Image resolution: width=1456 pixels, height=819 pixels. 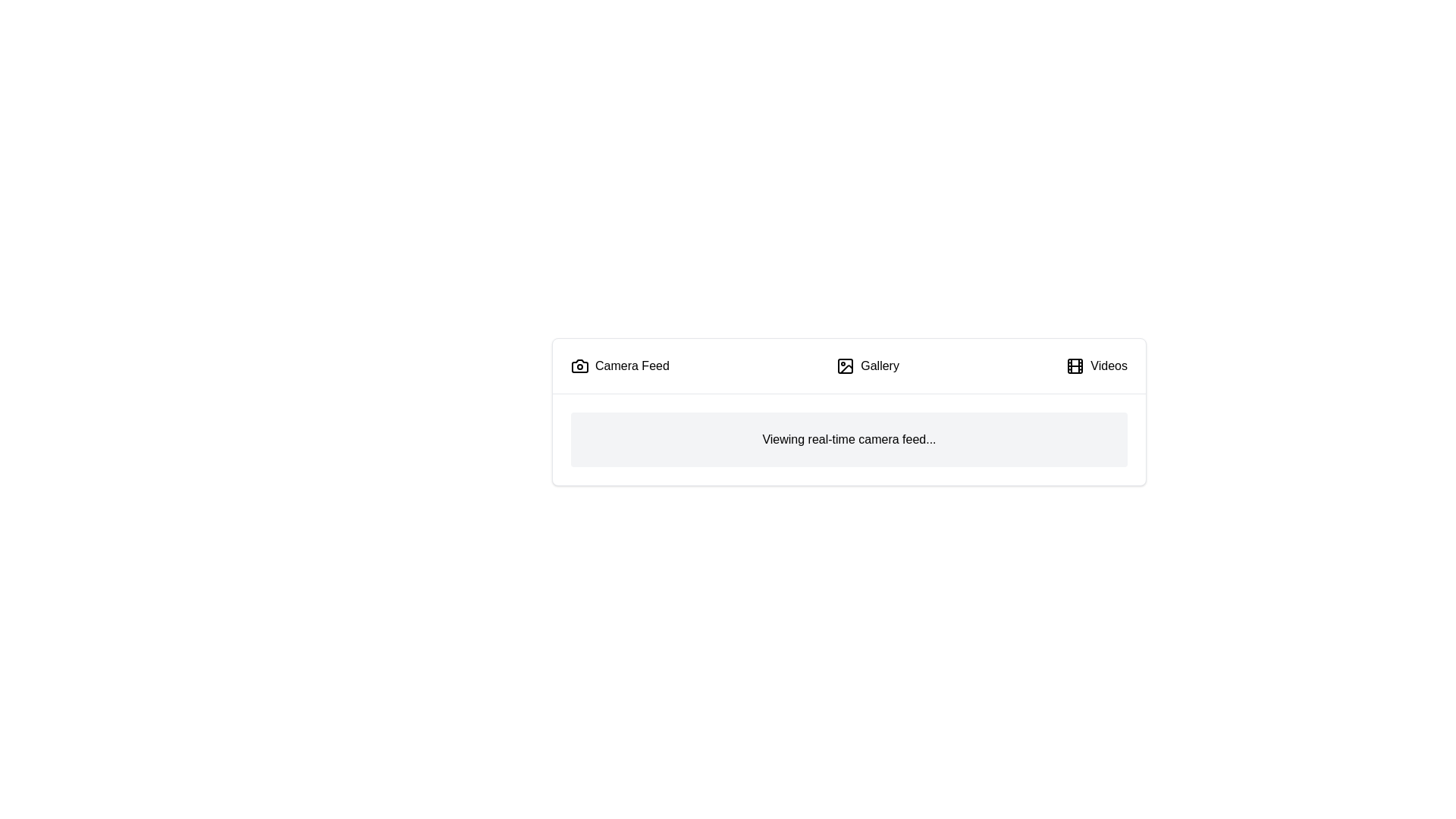 What do you see at coordinates (867, 366) in the screenshot?
I see `the Gallery tab by clicking on it` at bounding box center [867, 366].